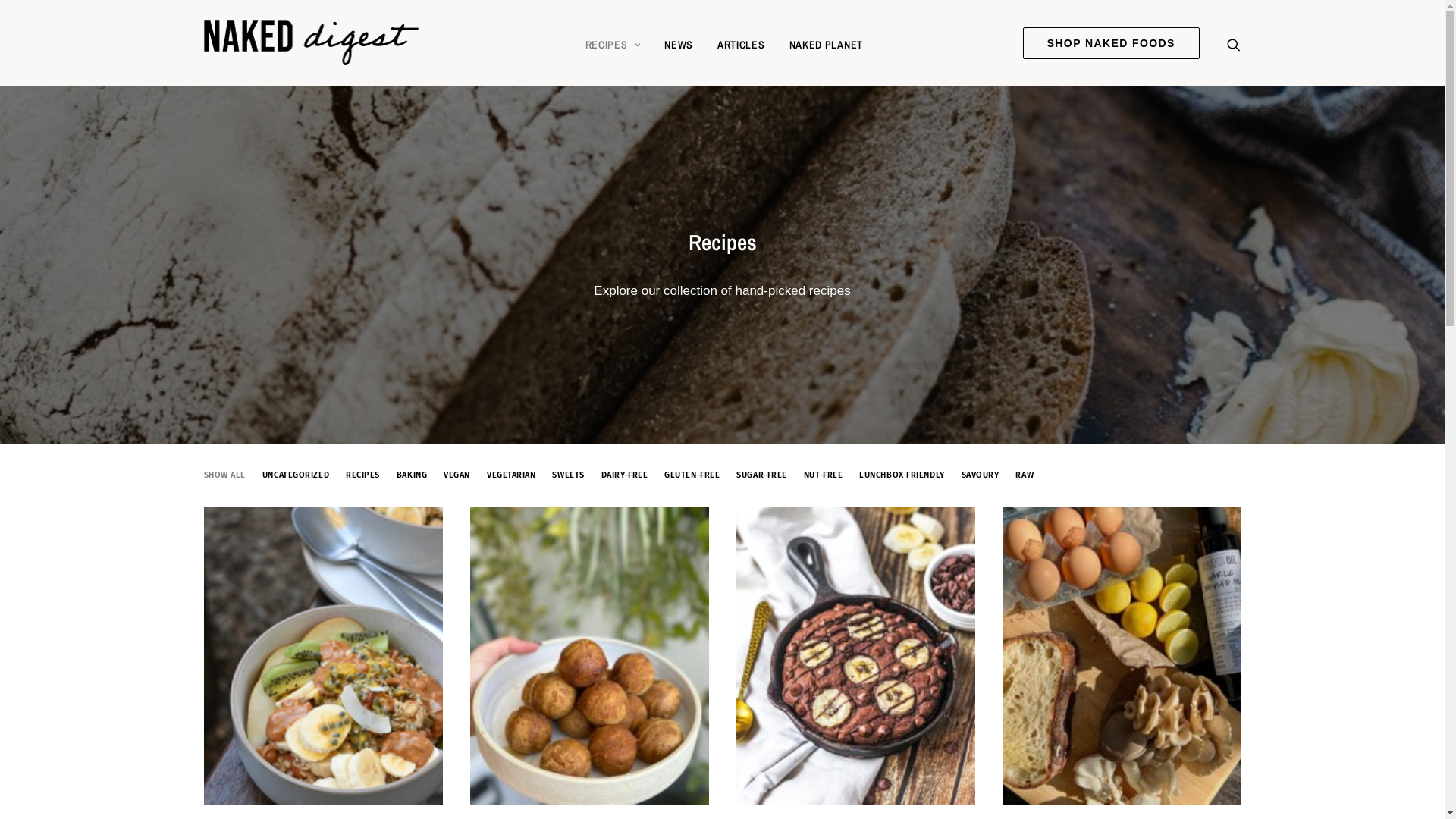  I want to click on 'NEWS', so click(677, 42).